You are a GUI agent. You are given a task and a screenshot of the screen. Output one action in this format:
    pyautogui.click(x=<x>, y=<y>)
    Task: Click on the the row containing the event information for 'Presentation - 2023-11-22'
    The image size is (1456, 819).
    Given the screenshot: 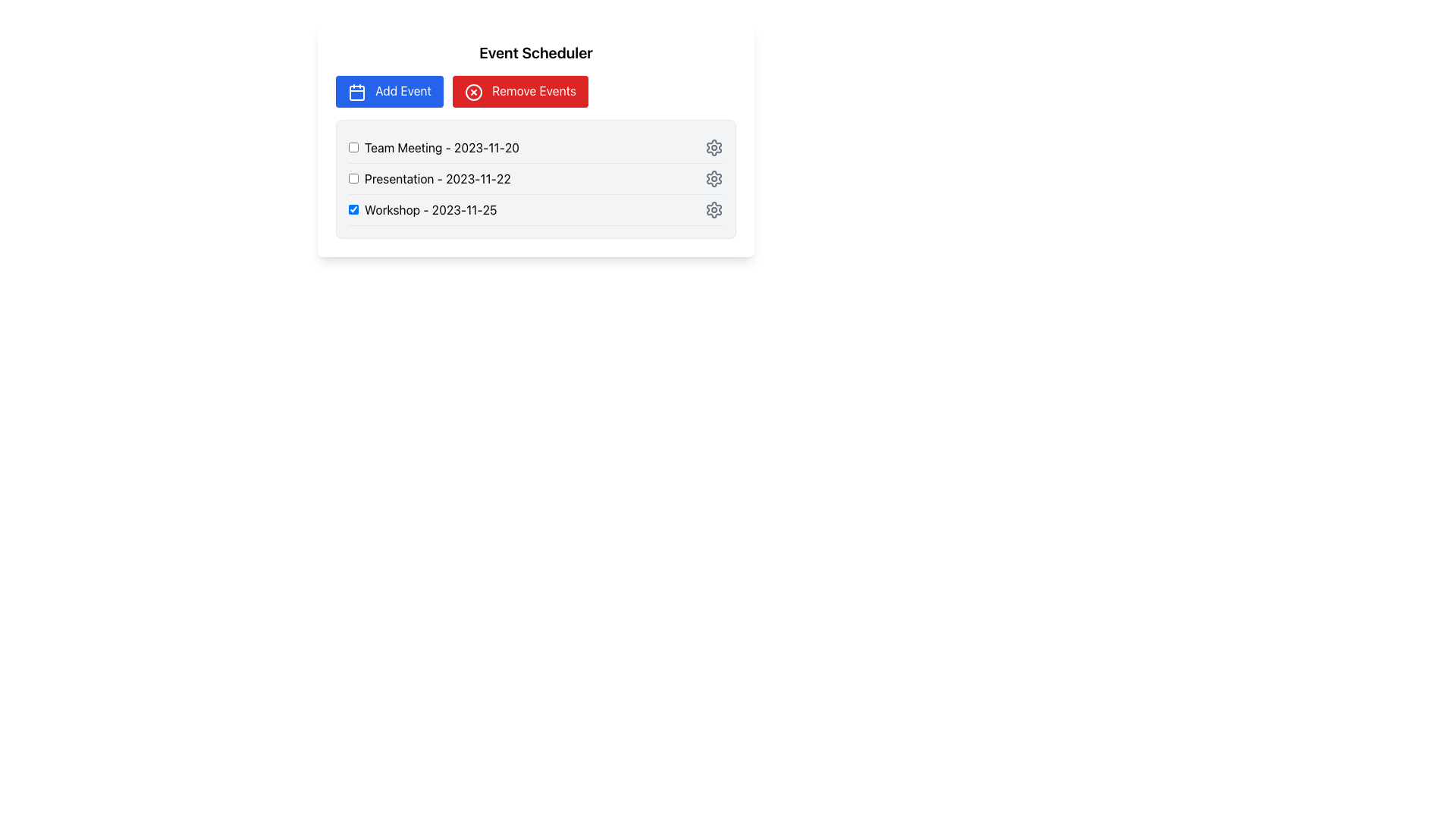 What is the action you would take?
    pyautogui.click(x=535, y=177)
    